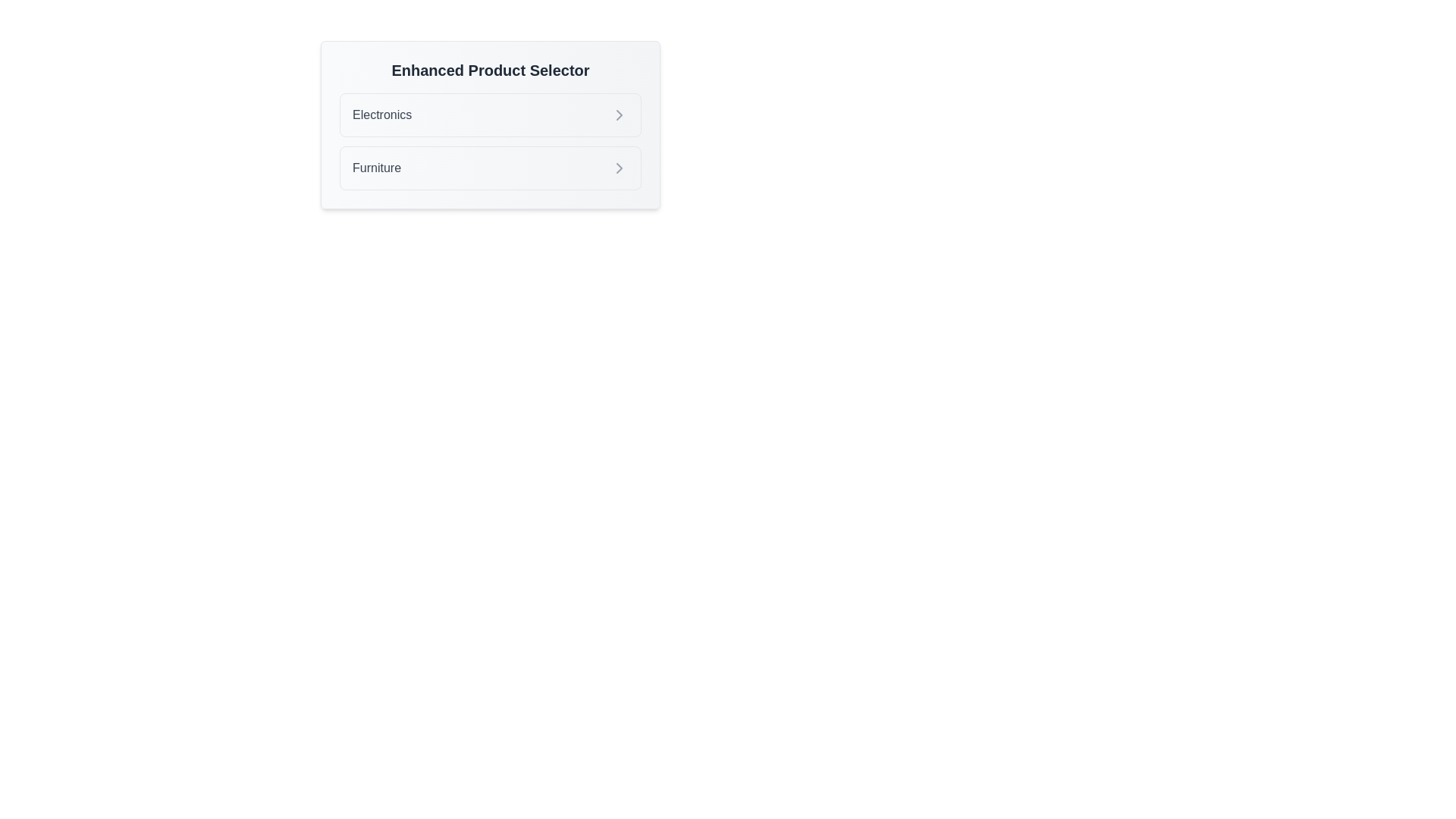  Describe the element at coordinates (619, 168) in the screenshot. I see `the chevron navigation arrow located in the second row labeled 'Furniture'` at that location.